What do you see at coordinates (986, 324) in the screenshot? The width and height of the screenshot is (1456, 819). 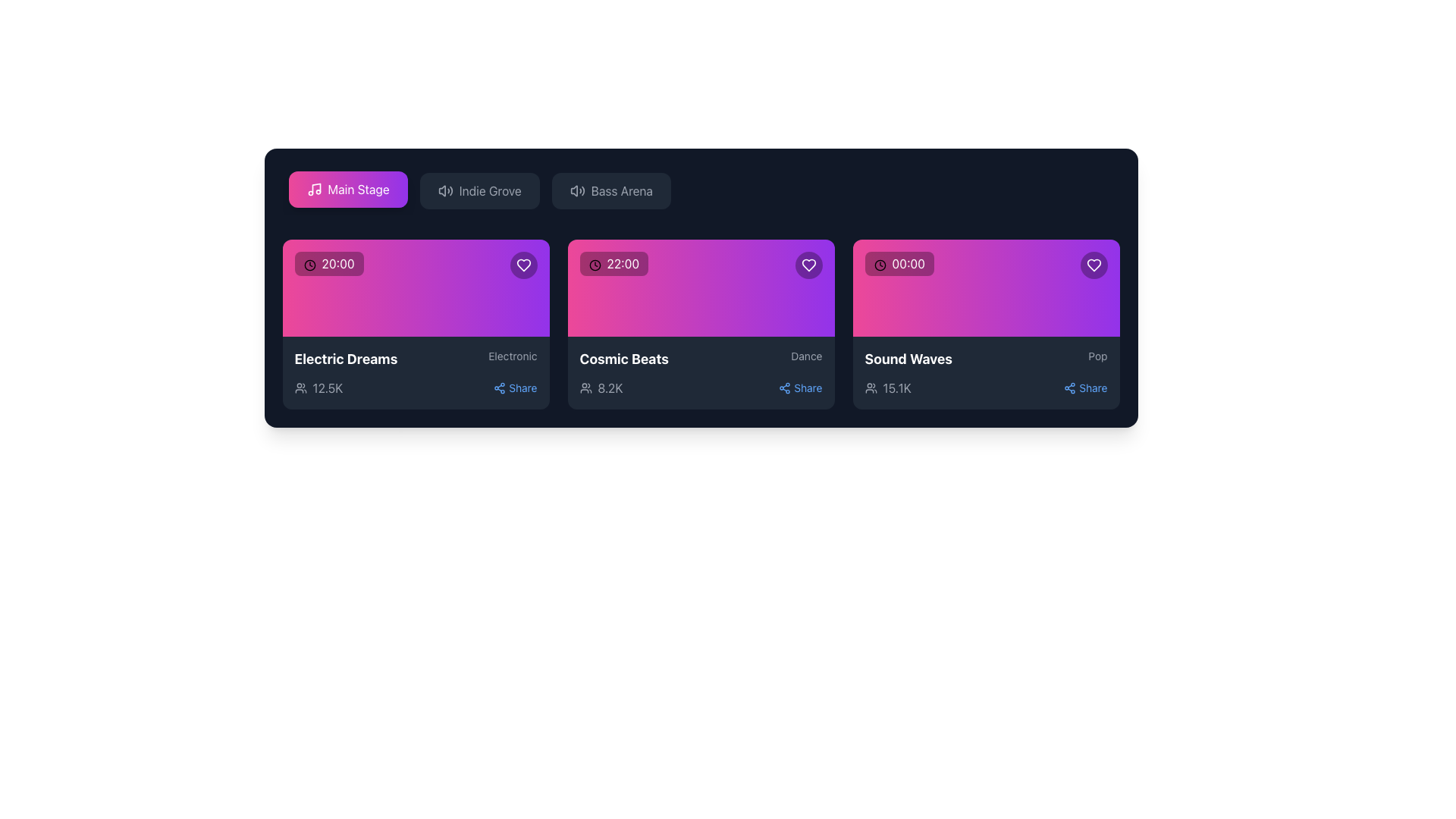 I see `the Information Card that provides details about a music track, located as the third card in a grid, adjacent to 'Cosmic Beats'` at bounding box center [986, 324].